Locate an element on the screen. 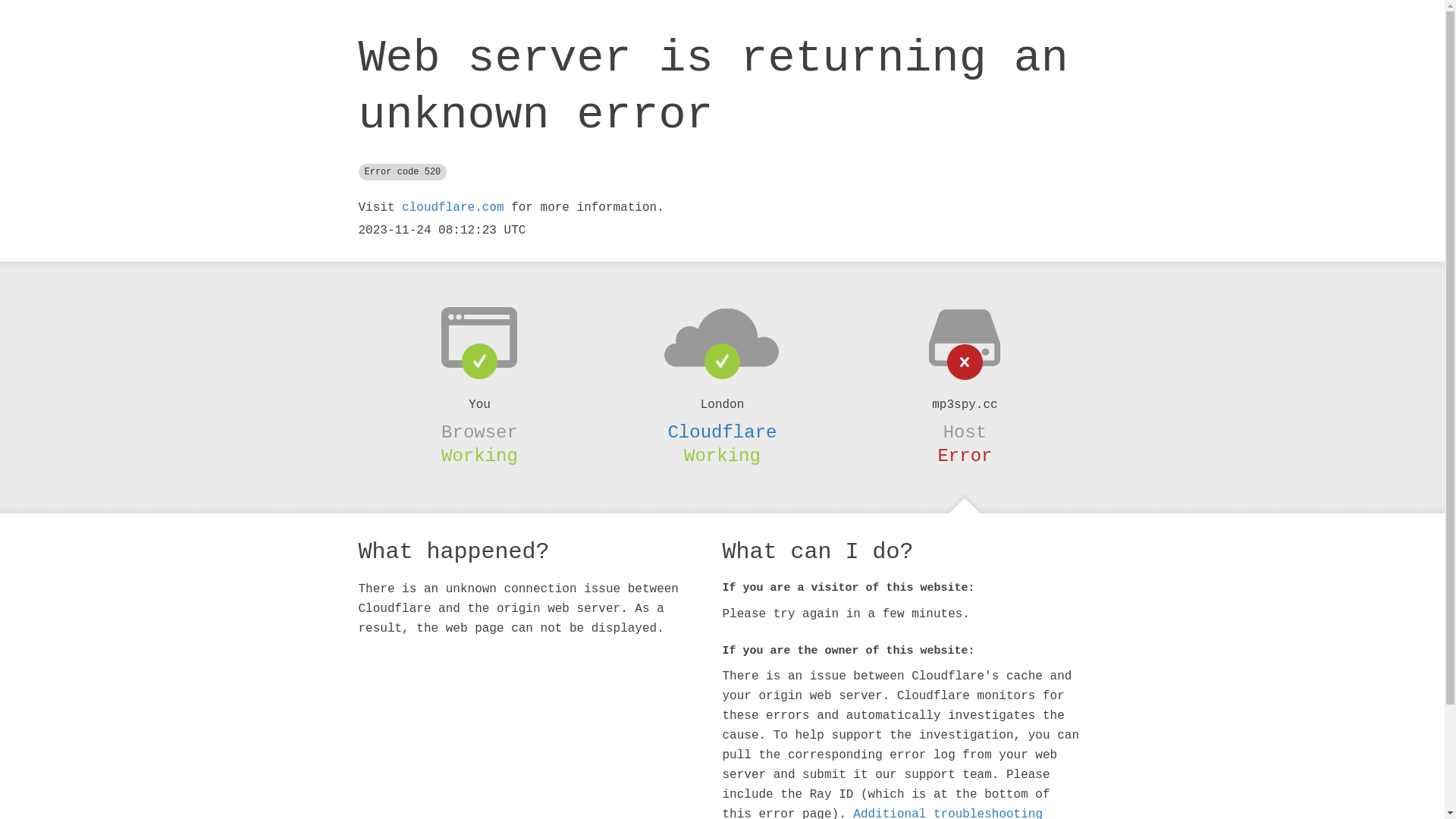 The width and height of the screenshot is (1456, 819). 'cloudflare.com' is located at coordinates (451, 207).